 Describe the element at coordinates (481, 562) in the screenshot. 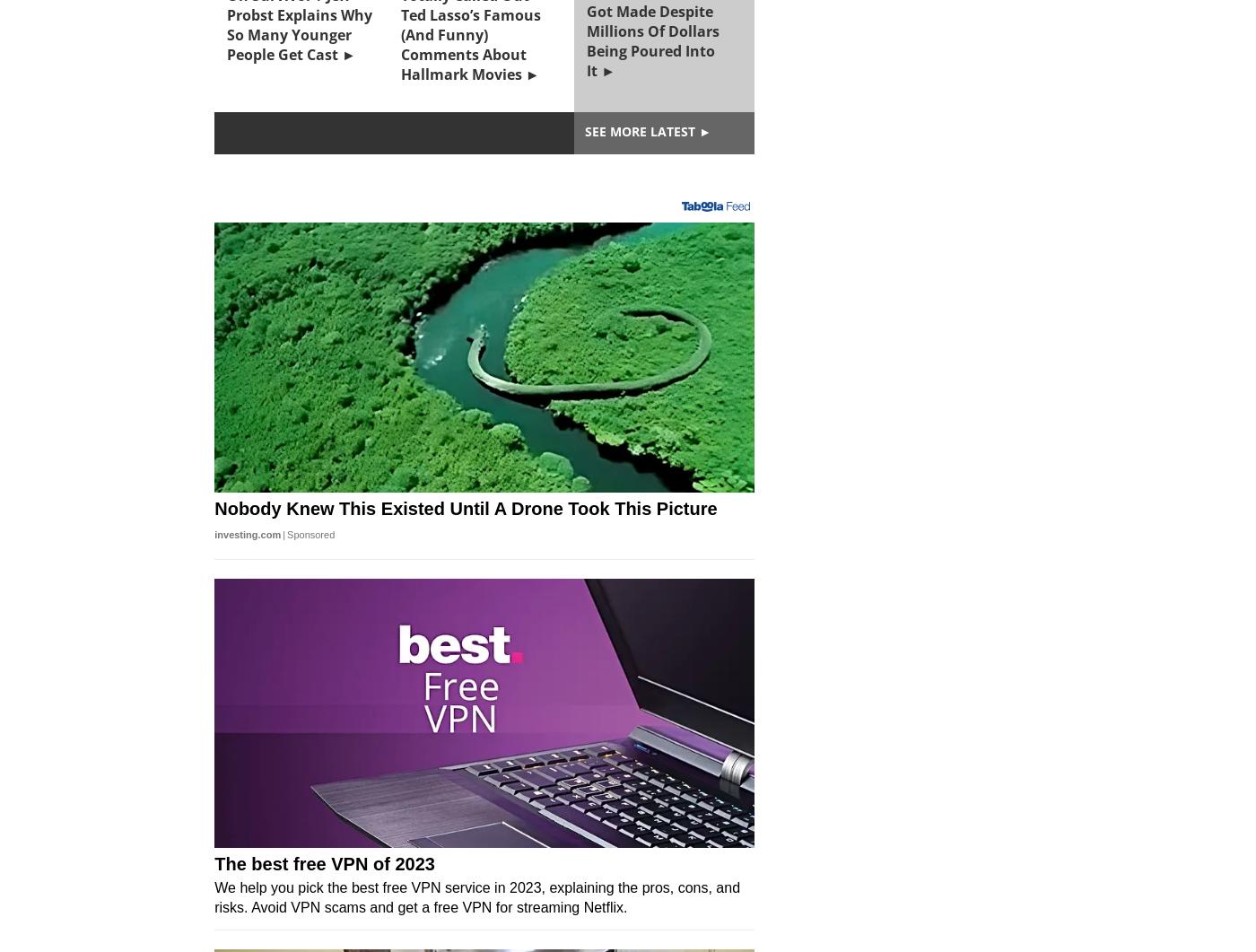

I see `'The Golden Bachelor seems to be having one specific problem that hasn't been an issue to this degree on the other Bachelor Nation shows.'` at that location.